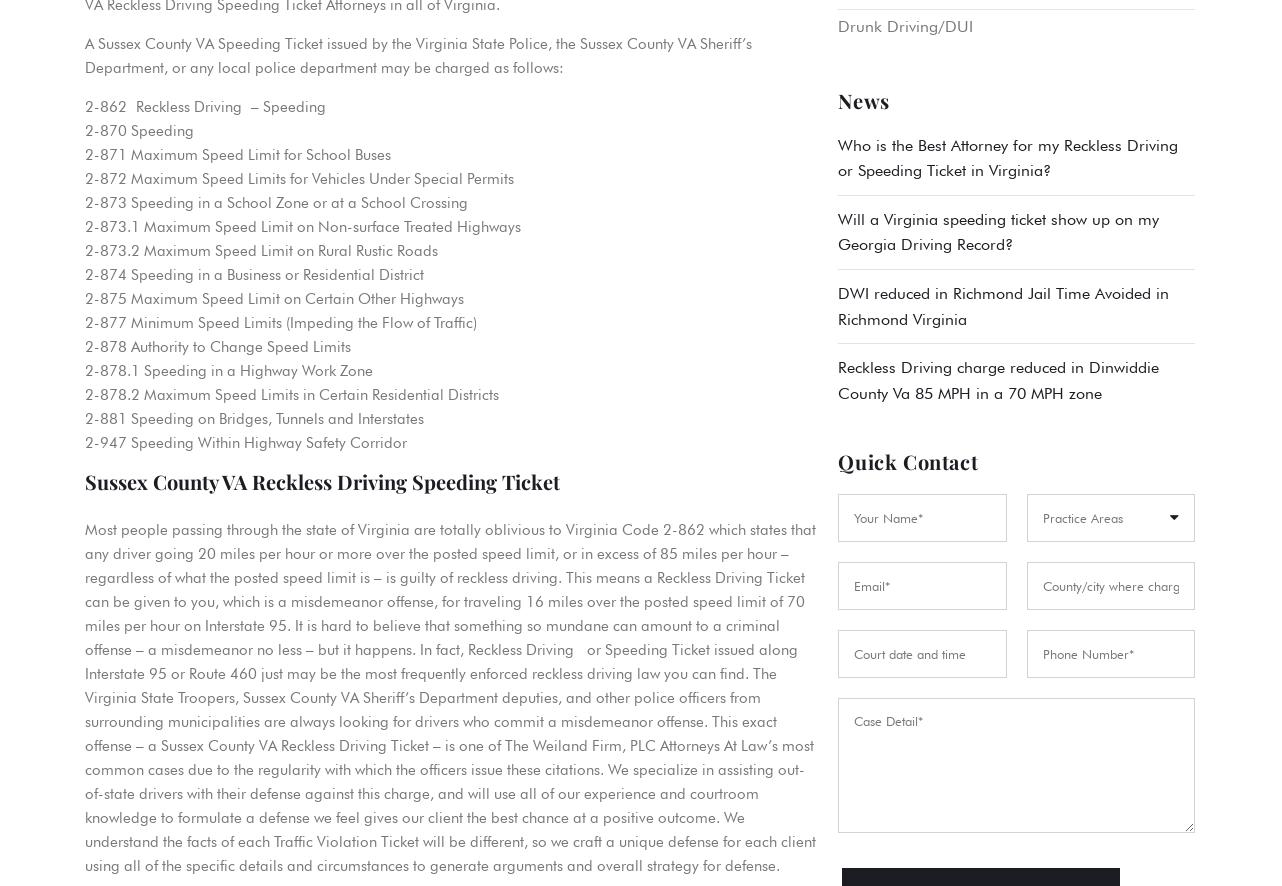  Describe the element at coordinates (997, 230) in the screenshot. I see `'Will a Virginia speeding ticket show up on my Georgia Driving Record?'` at that location.